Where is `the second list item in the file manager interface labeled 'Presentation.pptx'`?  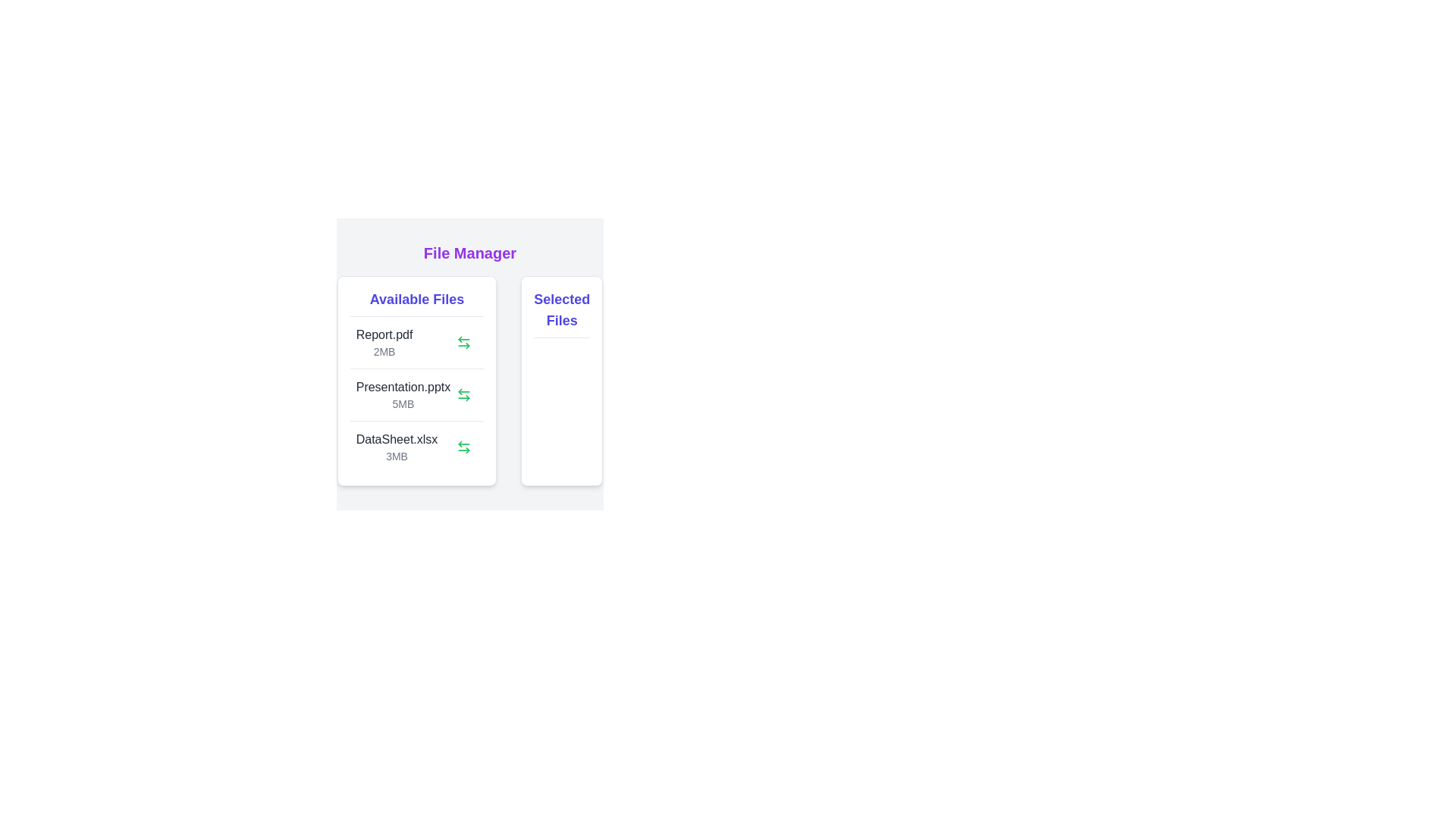 the second list item in the file manager interface labeled 'Presentation.pptx' is located at coordinates (416, 394).